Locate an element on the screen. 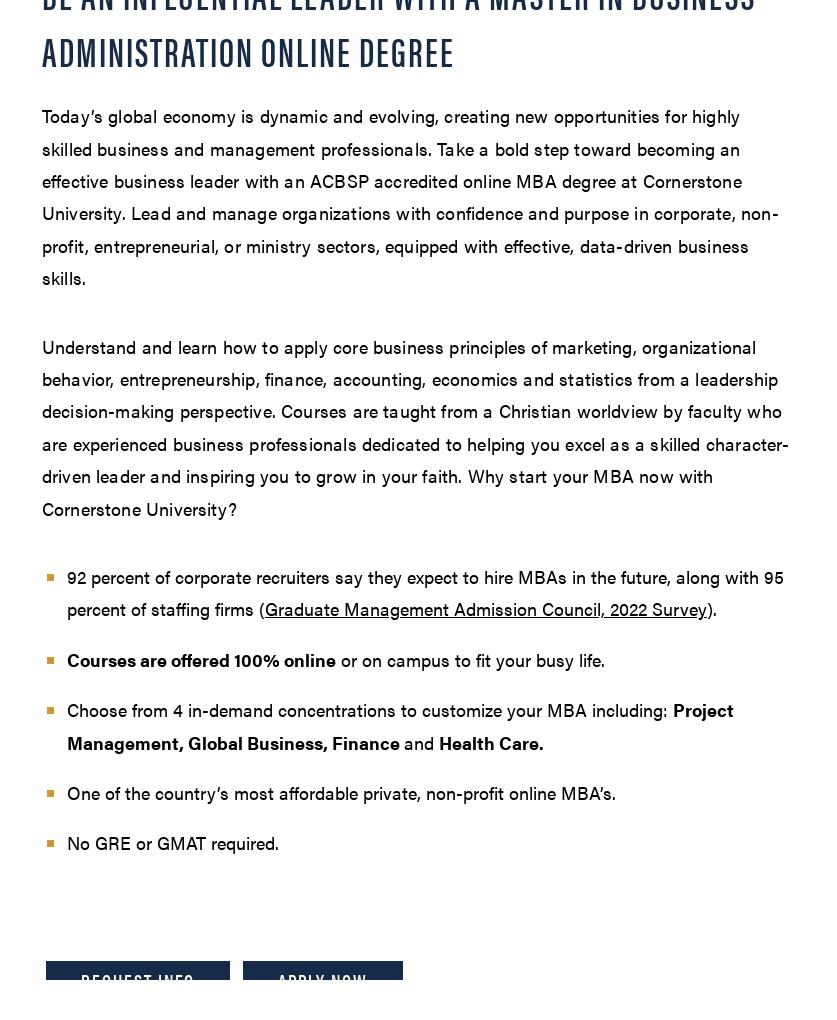  '92 percent of corporate recruiters say they expect to hire MBAs in the future, along with 95 percent of staffing firms (' is located at coordinates (66, 592).